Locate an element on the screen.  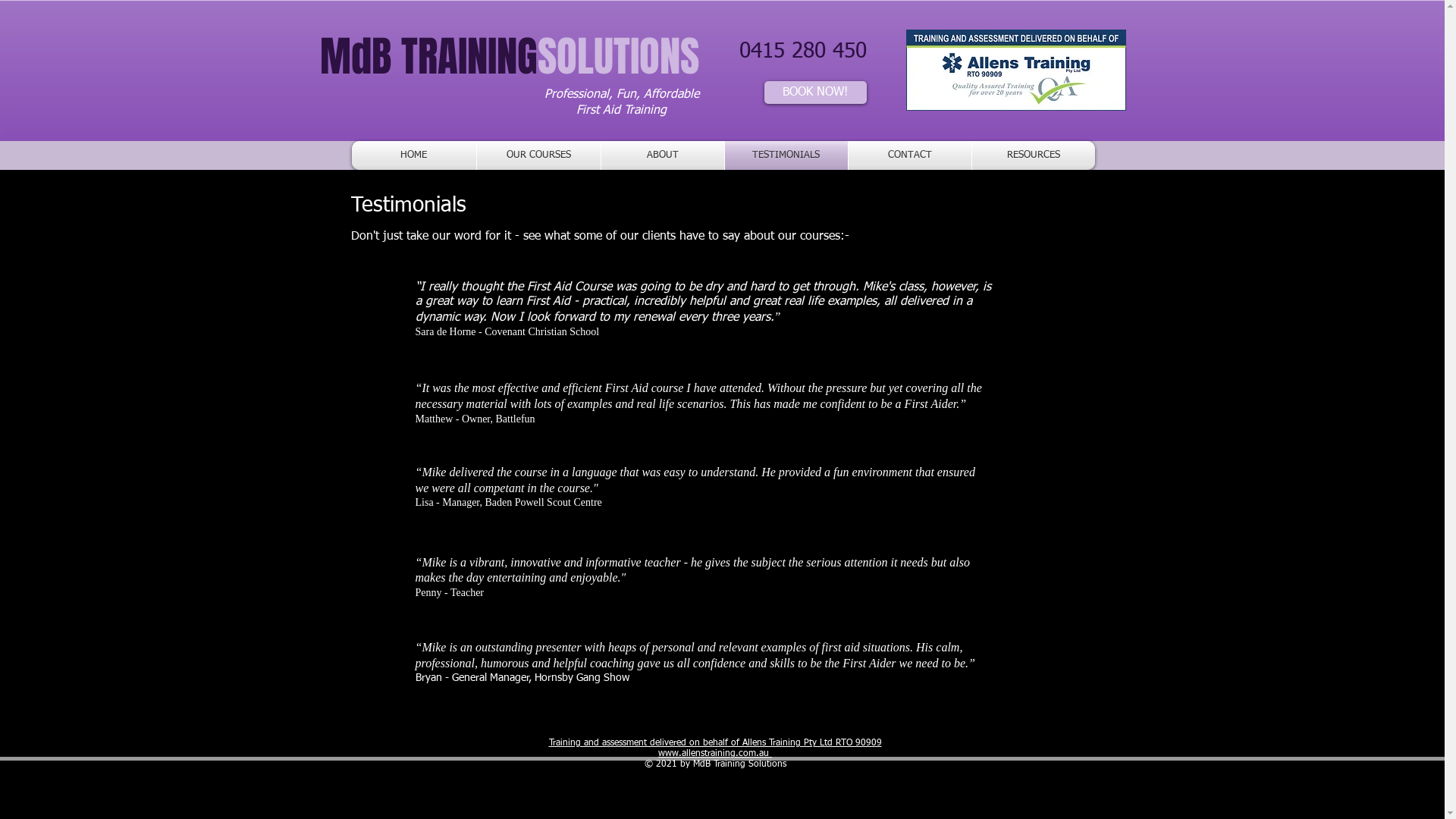
'ABOUT' is located at coordinates (662, 155).